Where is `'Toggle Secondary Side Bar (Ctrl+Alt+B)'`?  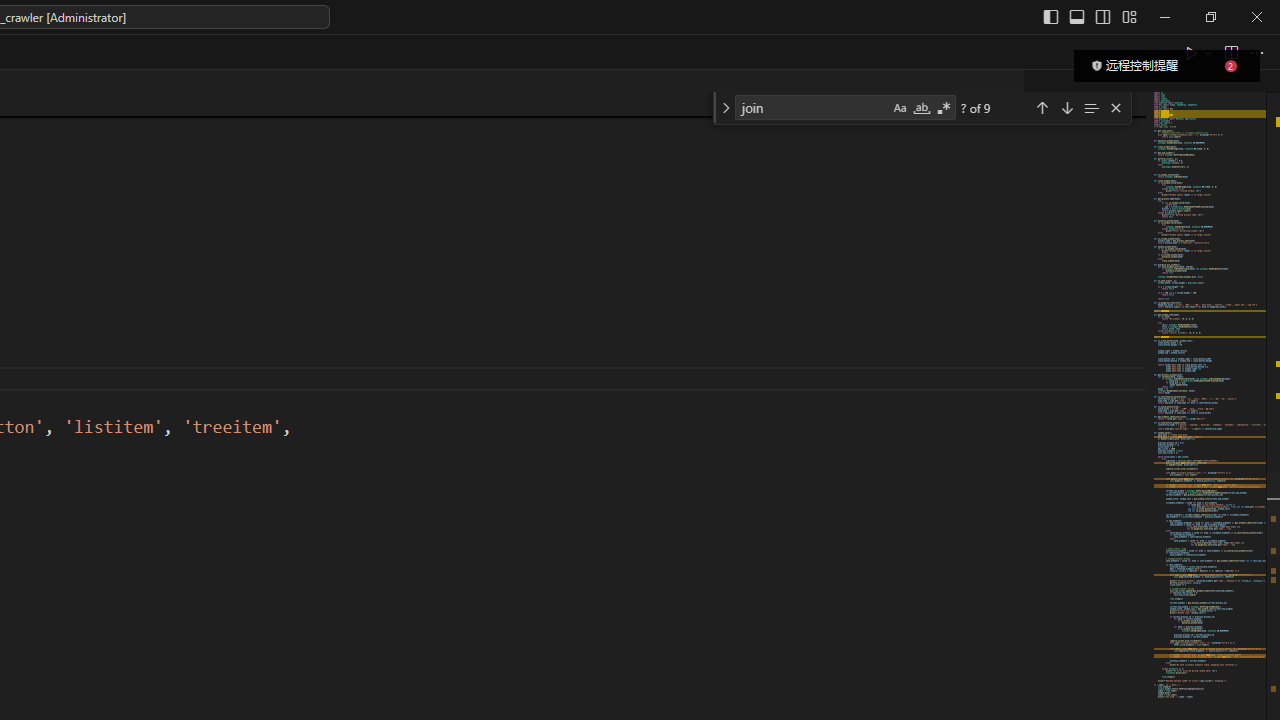
'Toggle Secondary Side Bar (Ctrl+Alt+B)' is located at coordinates (1101, 16).